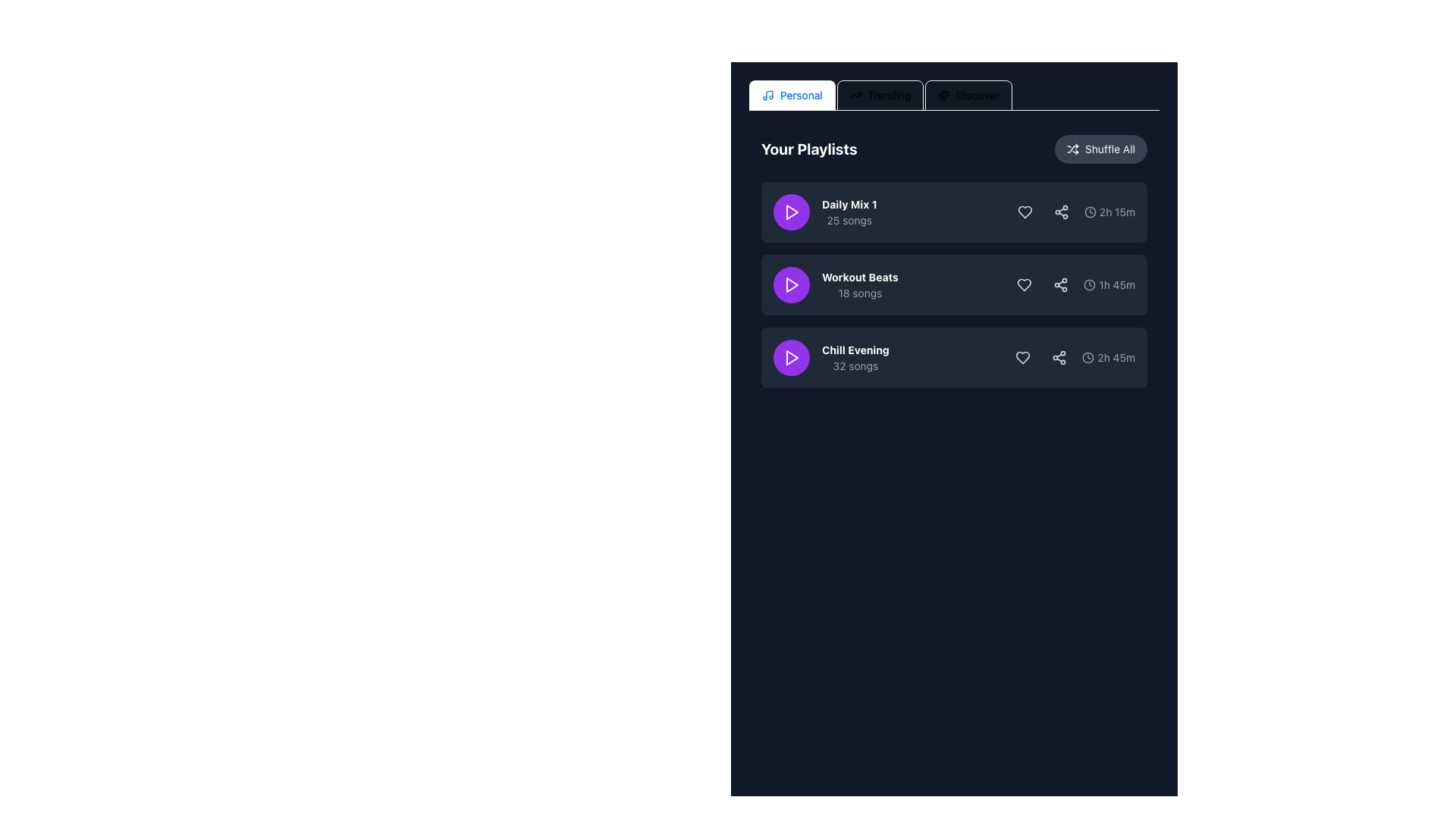  Describe the element at coordinates (849, 212) in the screenshot. I see `the text labels 'Daily Mix 1' and '25 songs' located in the 'Your Playlists' section, which is positioned to the right of a circular purple play button` at that location.